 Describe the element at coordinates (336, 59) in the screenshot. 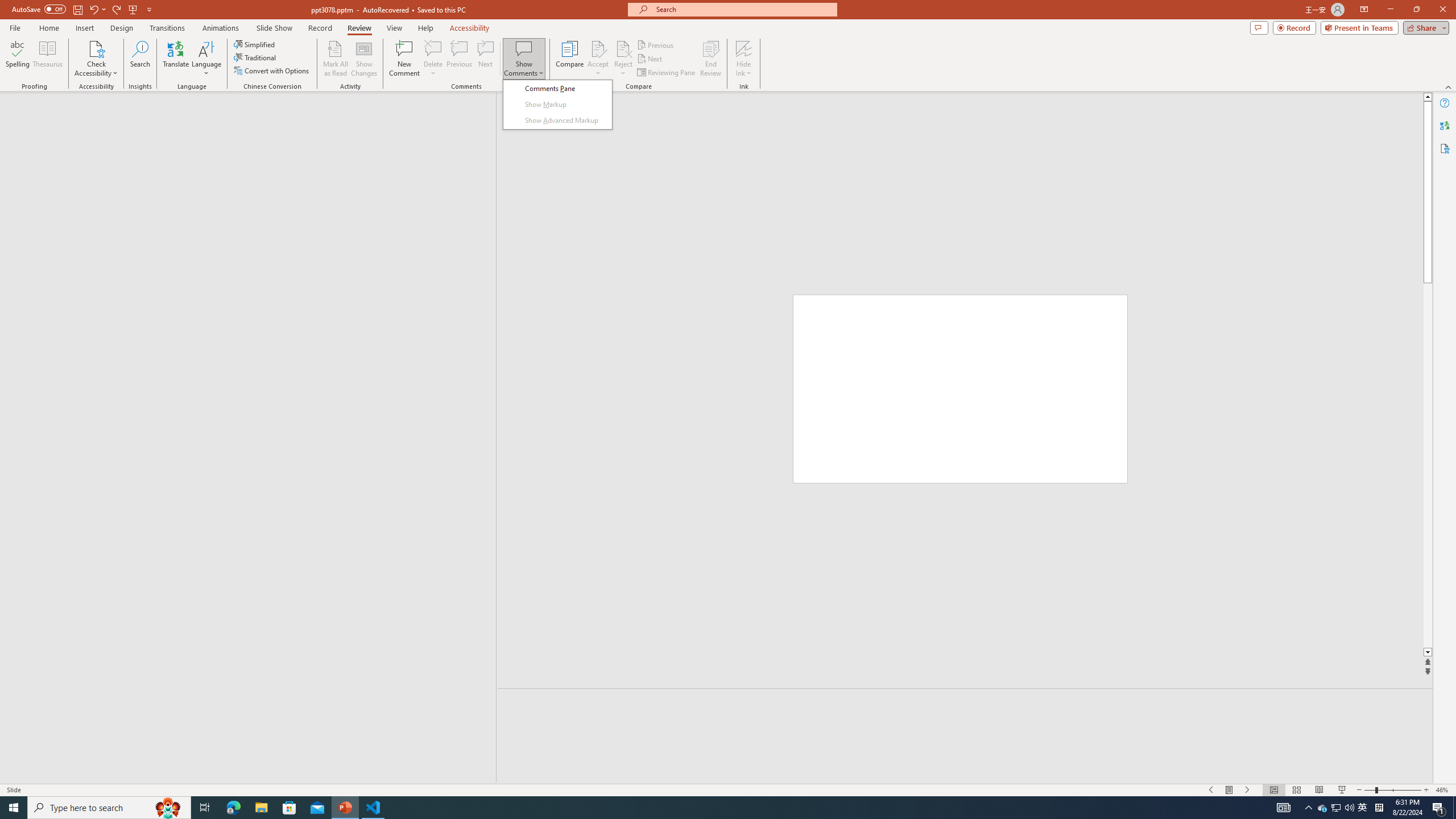

I see `'Mark All as Read'` at that location.